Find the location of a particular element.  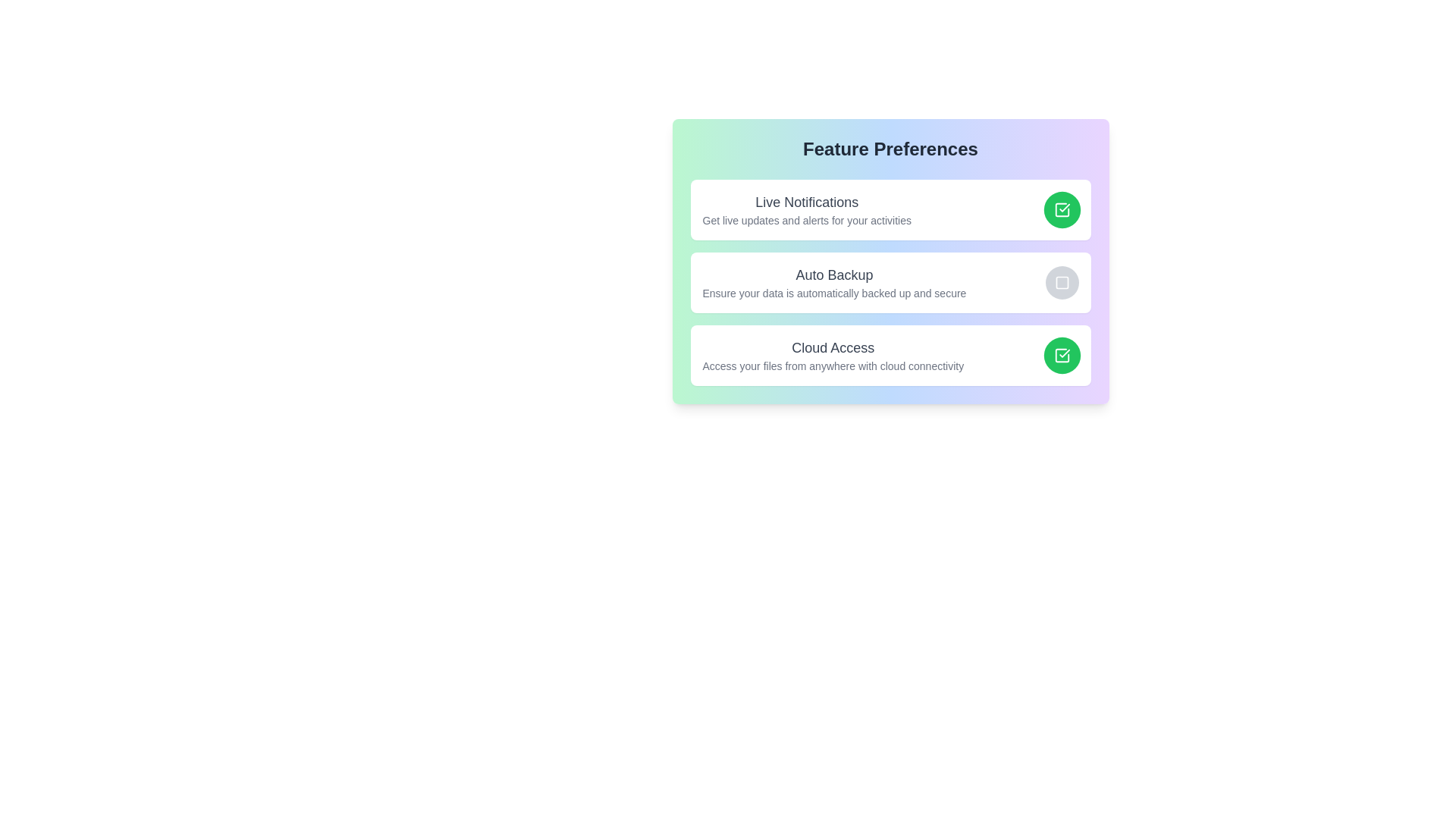

the circular button containing the icon located to the right of the 'Auto Backup' label in the second entry of the 'Feature Preferences' list is located at coordinates (1061, 283).